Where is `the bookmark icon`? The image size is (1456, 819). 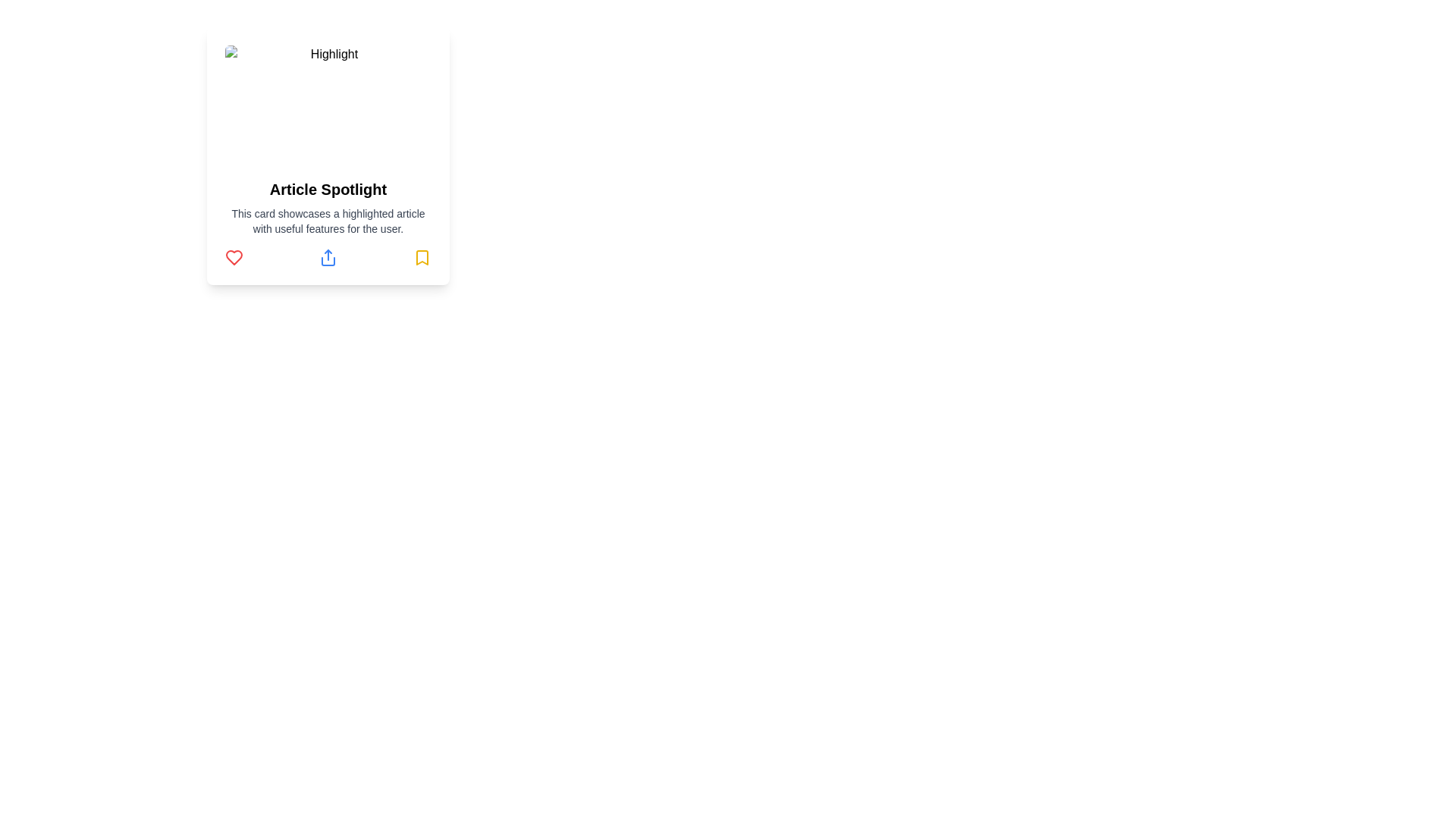 the bookmark icon is located at coordinates (422, 256).